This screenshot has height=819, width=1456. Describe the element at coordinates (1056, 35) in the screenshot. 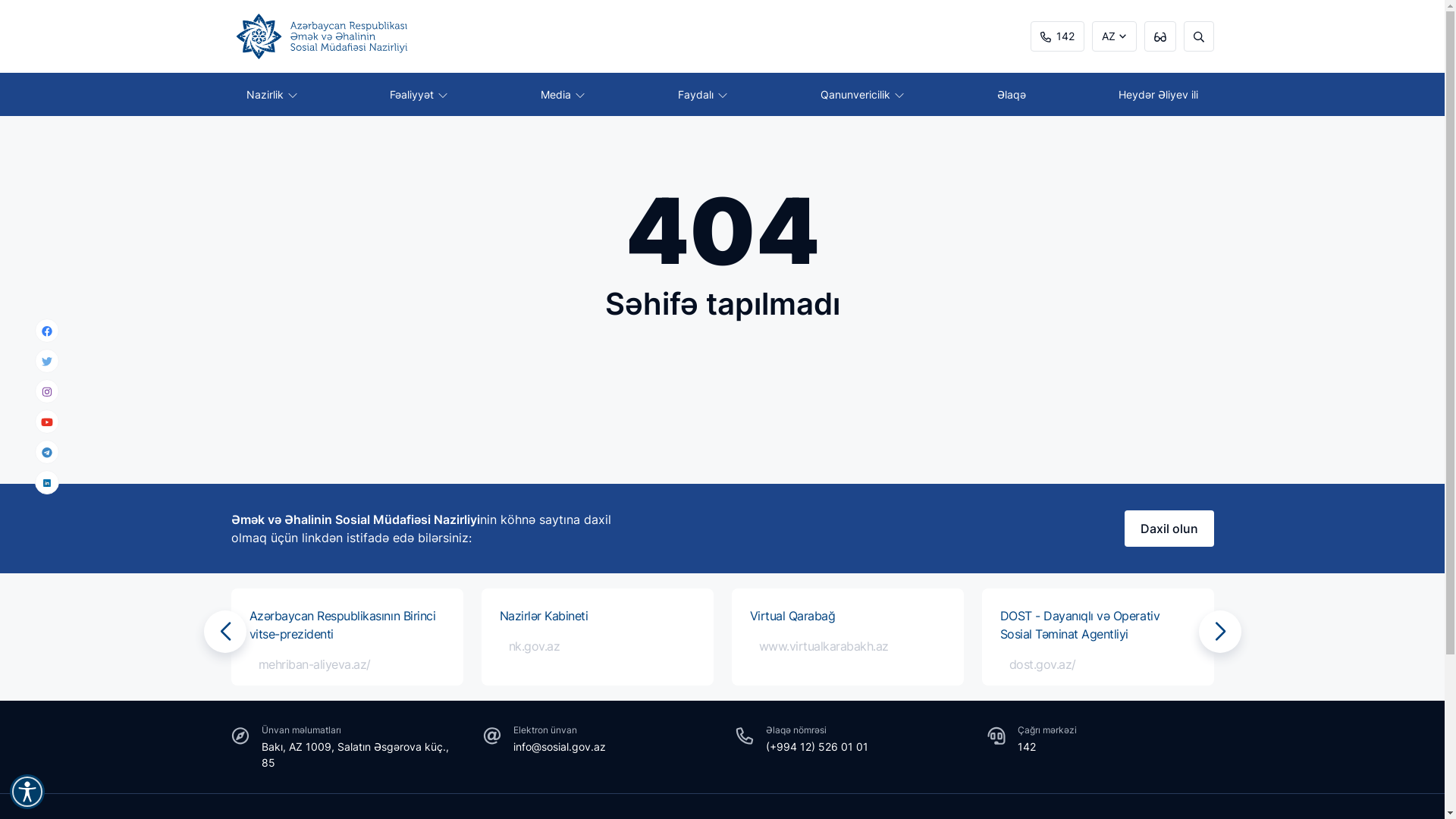

I see `'142'` at that location.